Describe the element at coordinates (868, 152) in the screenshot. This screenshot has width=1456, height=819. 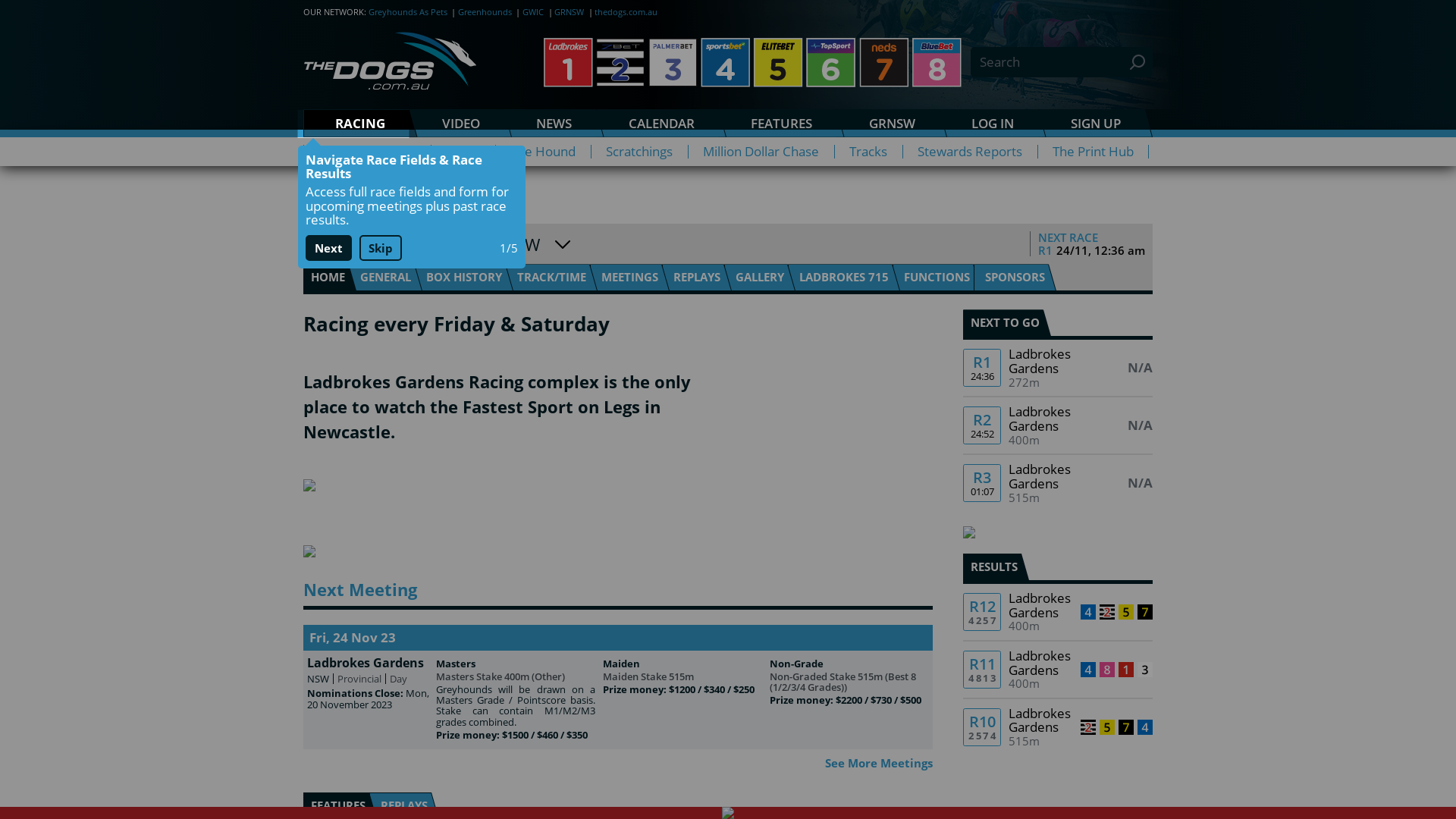
I see `'Tracks'` at that location.